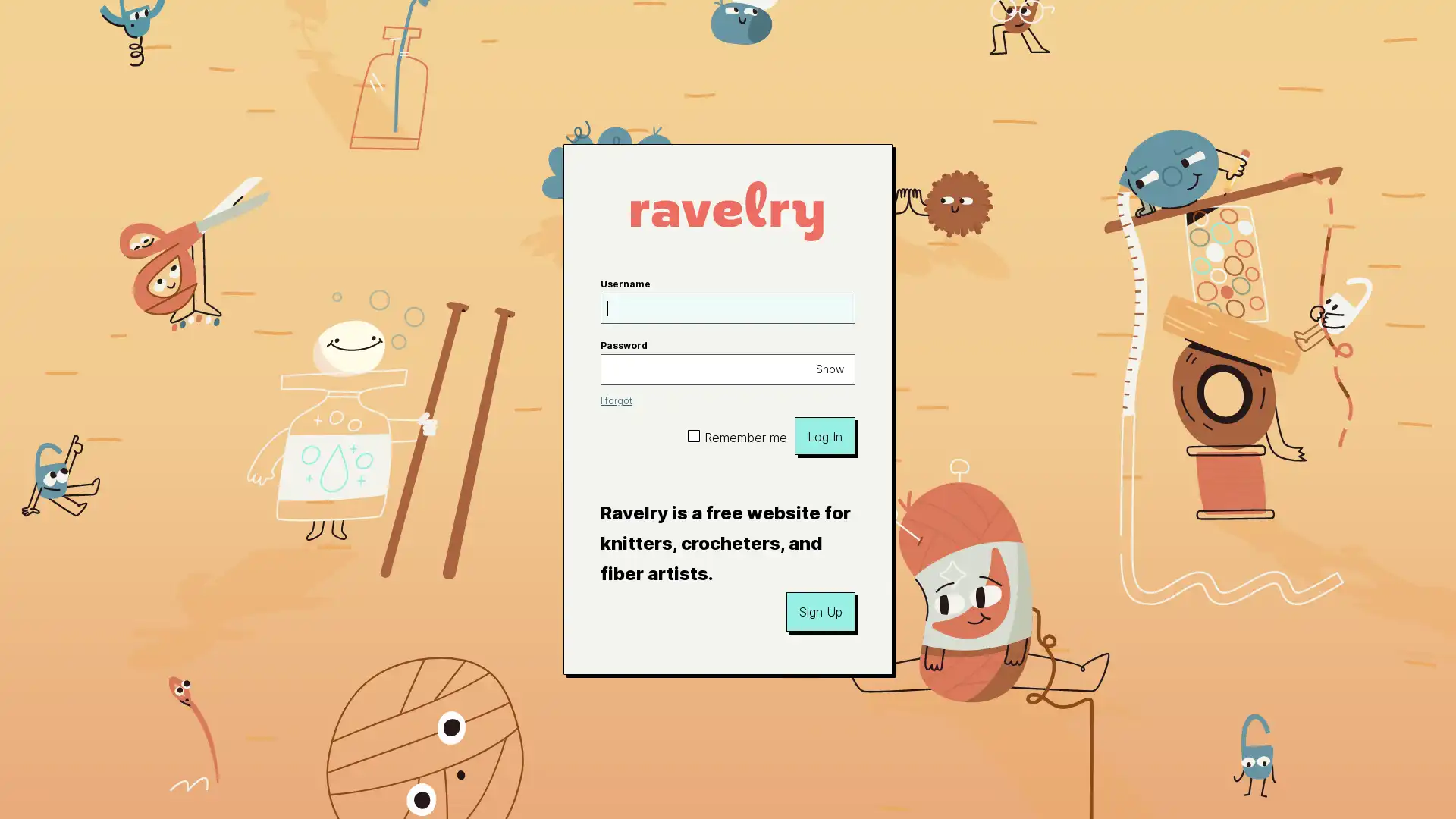 This screenshot has width=1456, height=819. What do you see at coordinates (829, 369) in the screenshot?
I see `Show password` at bounding box center [829, 369].